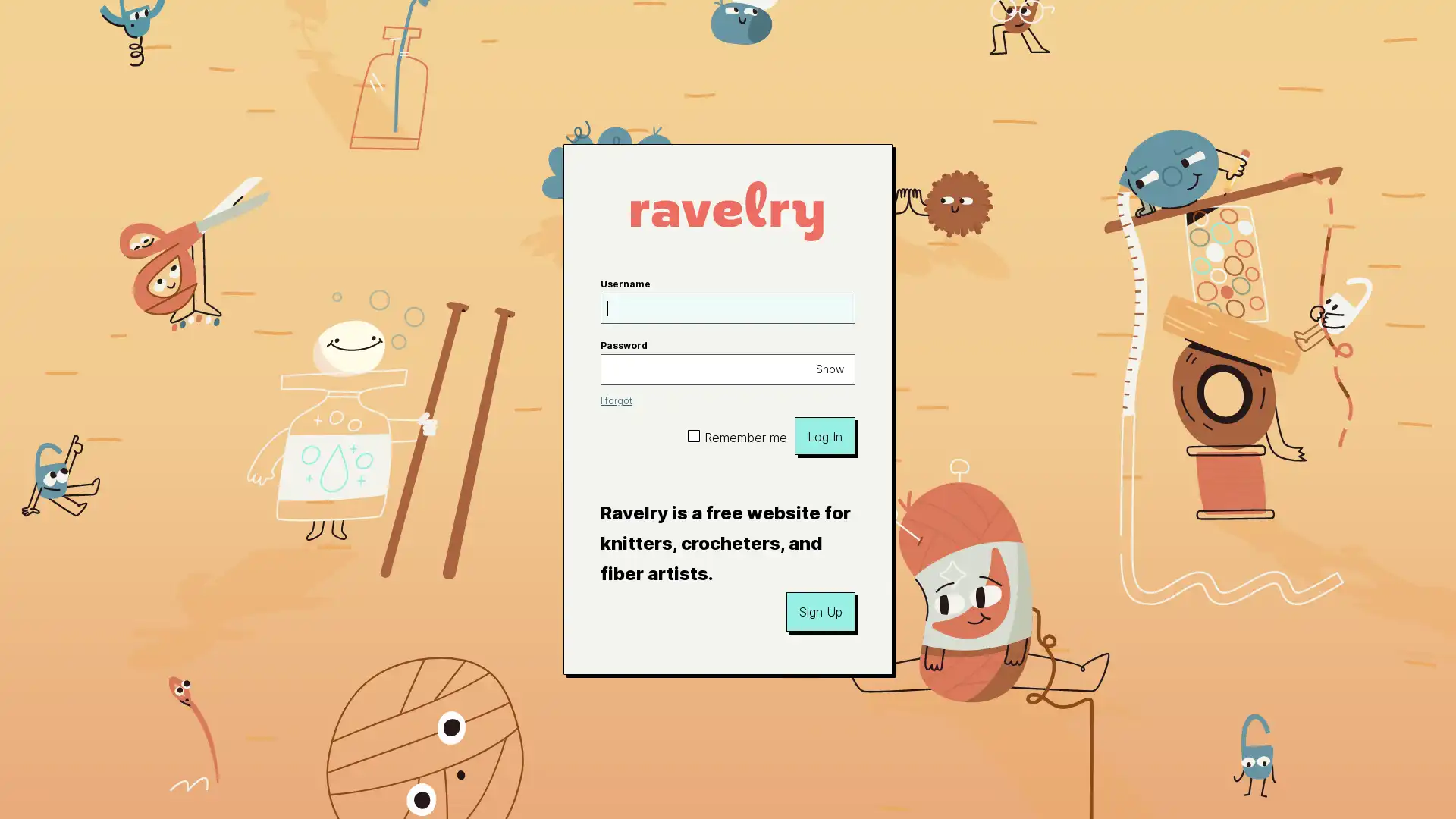 This screenshot has width=1456, height=819. What do you see at coordinates (829, 369) in the screenshot?
I see `Show password` at bounding box center [829, 369].